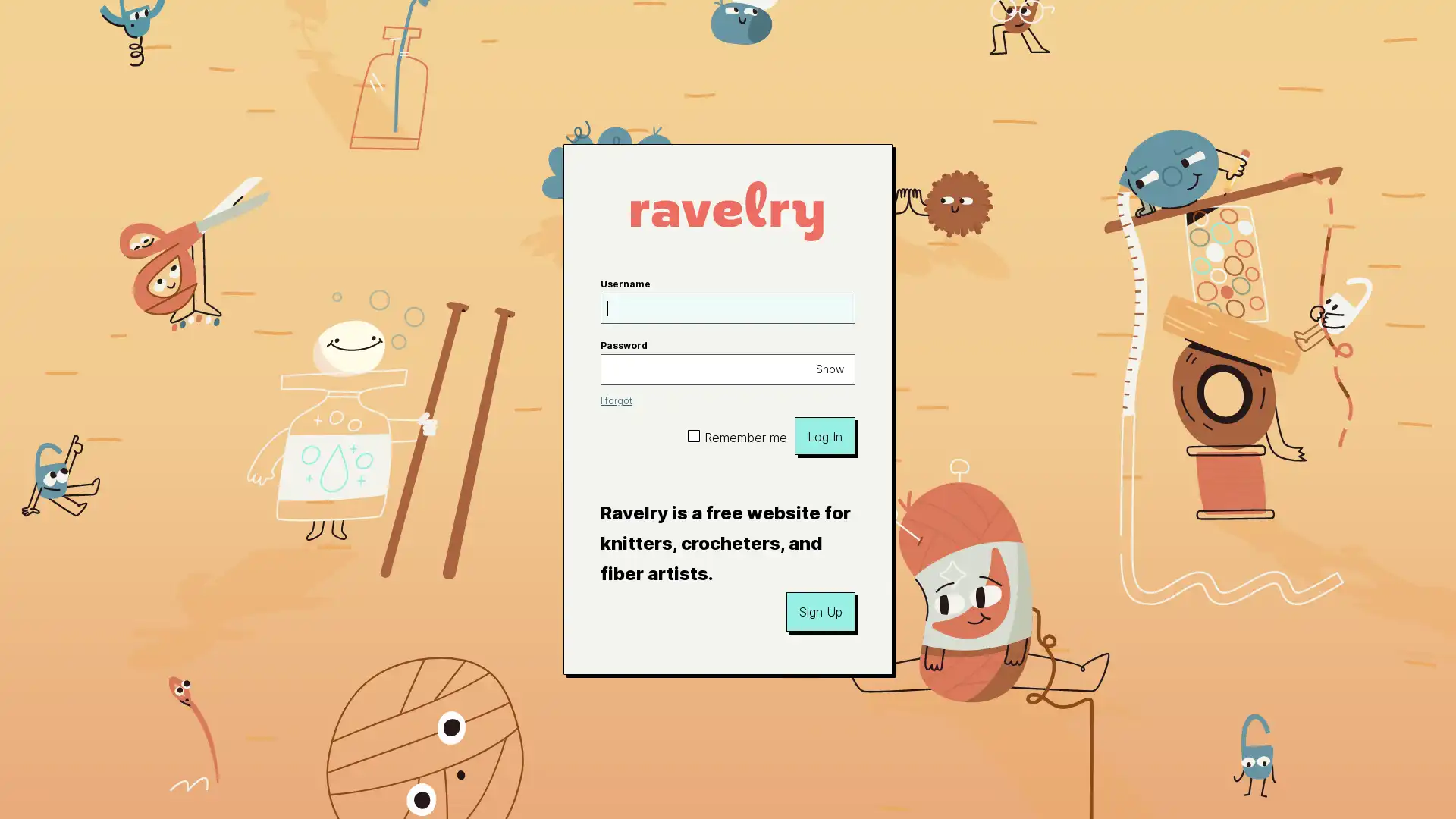 This screenshot has width=1456, height=819. What do you see at coordinates (829, 369) in the screenshot?
I see `Show password` at bounding box center [829, 369].